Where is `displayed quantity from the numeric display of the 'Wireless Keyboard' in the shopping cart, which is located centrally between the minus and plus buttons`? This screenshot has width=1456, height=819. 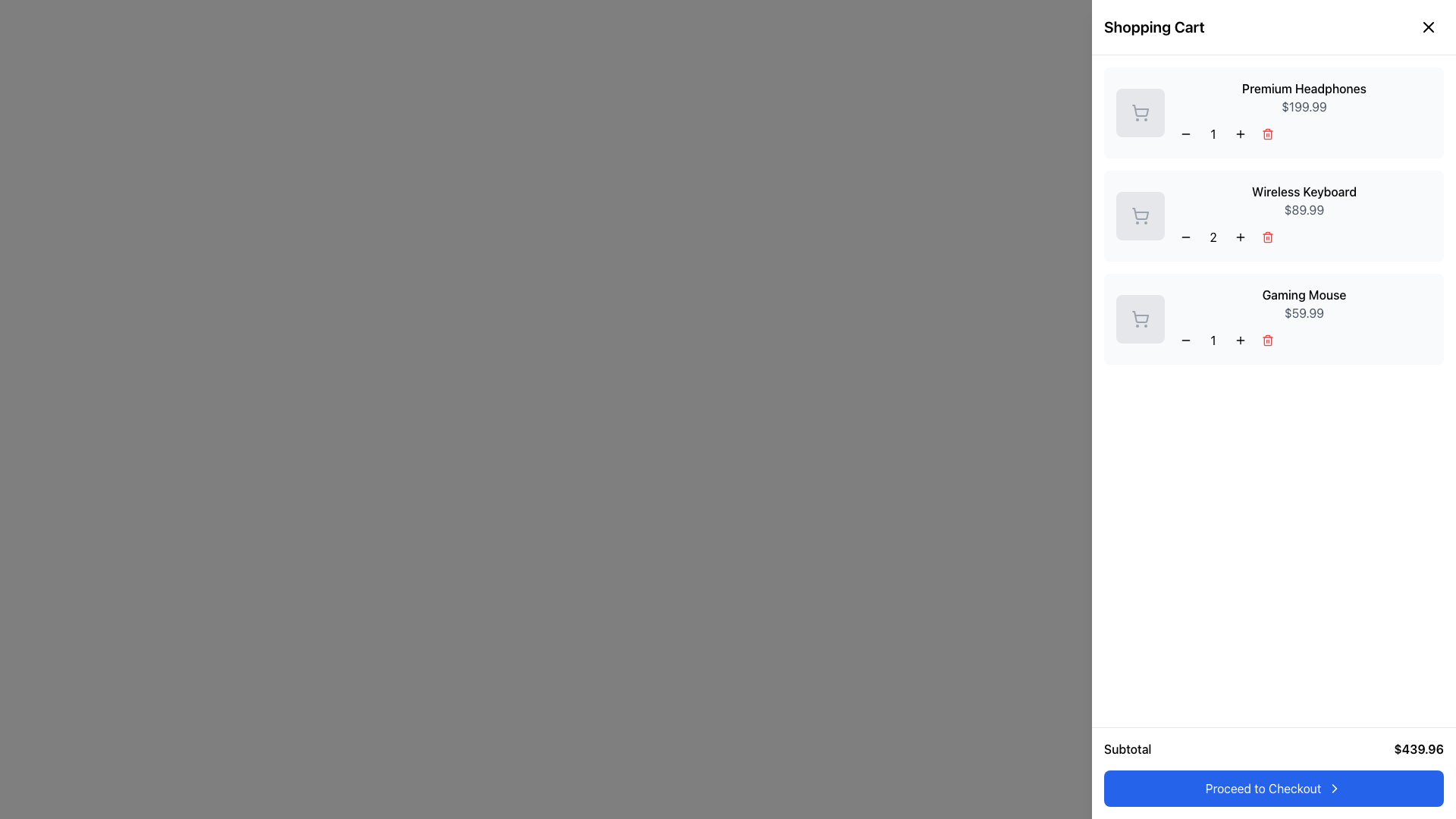
displayed quantity from the numeric display of the 'Wireless Keyboard' in the shopping cart, which is located centrally between the minus and plus buttons is located at coordinates (1212, 237).